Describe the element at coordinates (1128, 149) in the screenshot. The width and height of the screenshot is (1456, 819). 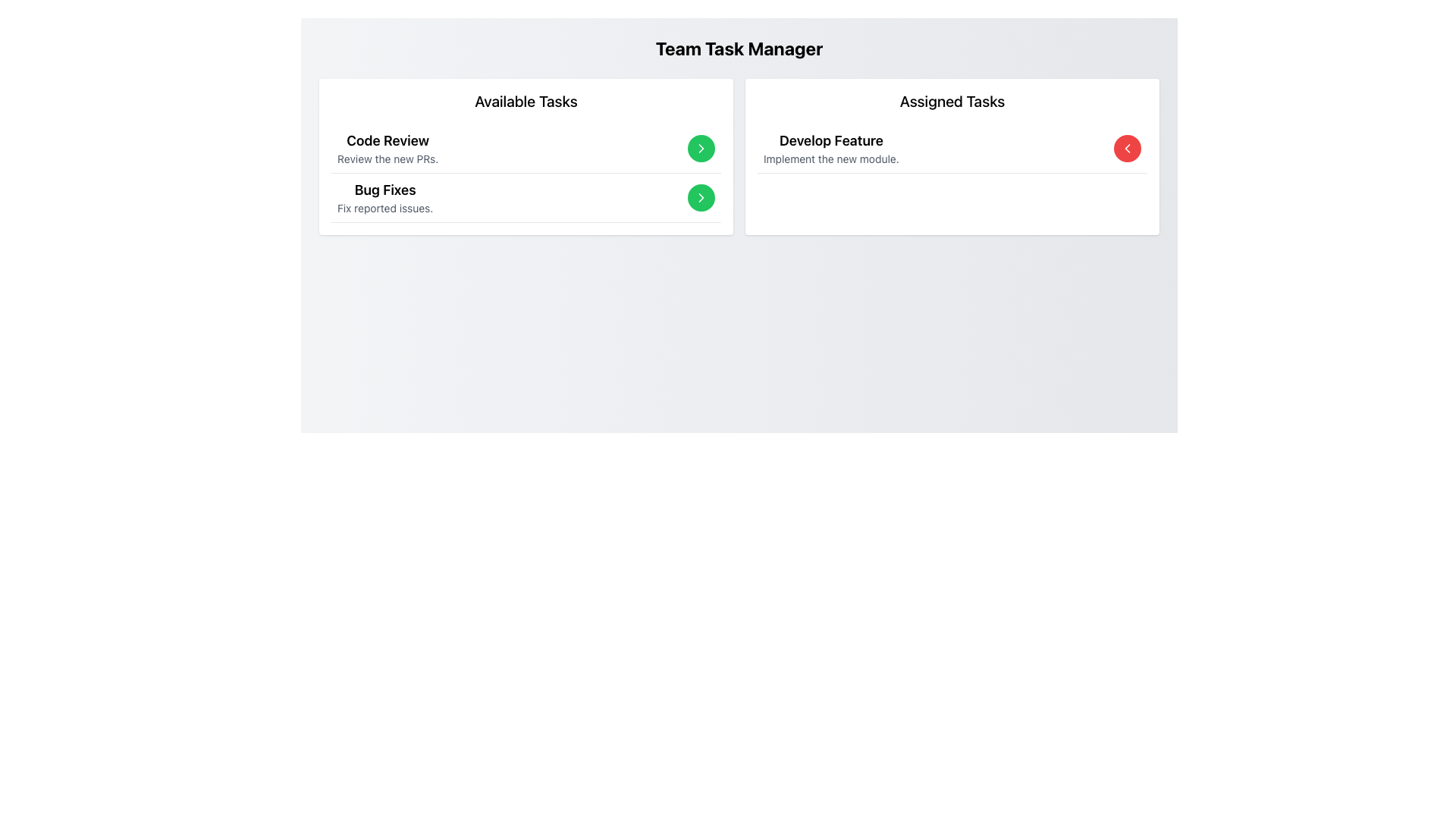
I see `the button located to the far-right of the 'Develop Feature' task card's header row in the 'Assigned Tasks' section` at that location.